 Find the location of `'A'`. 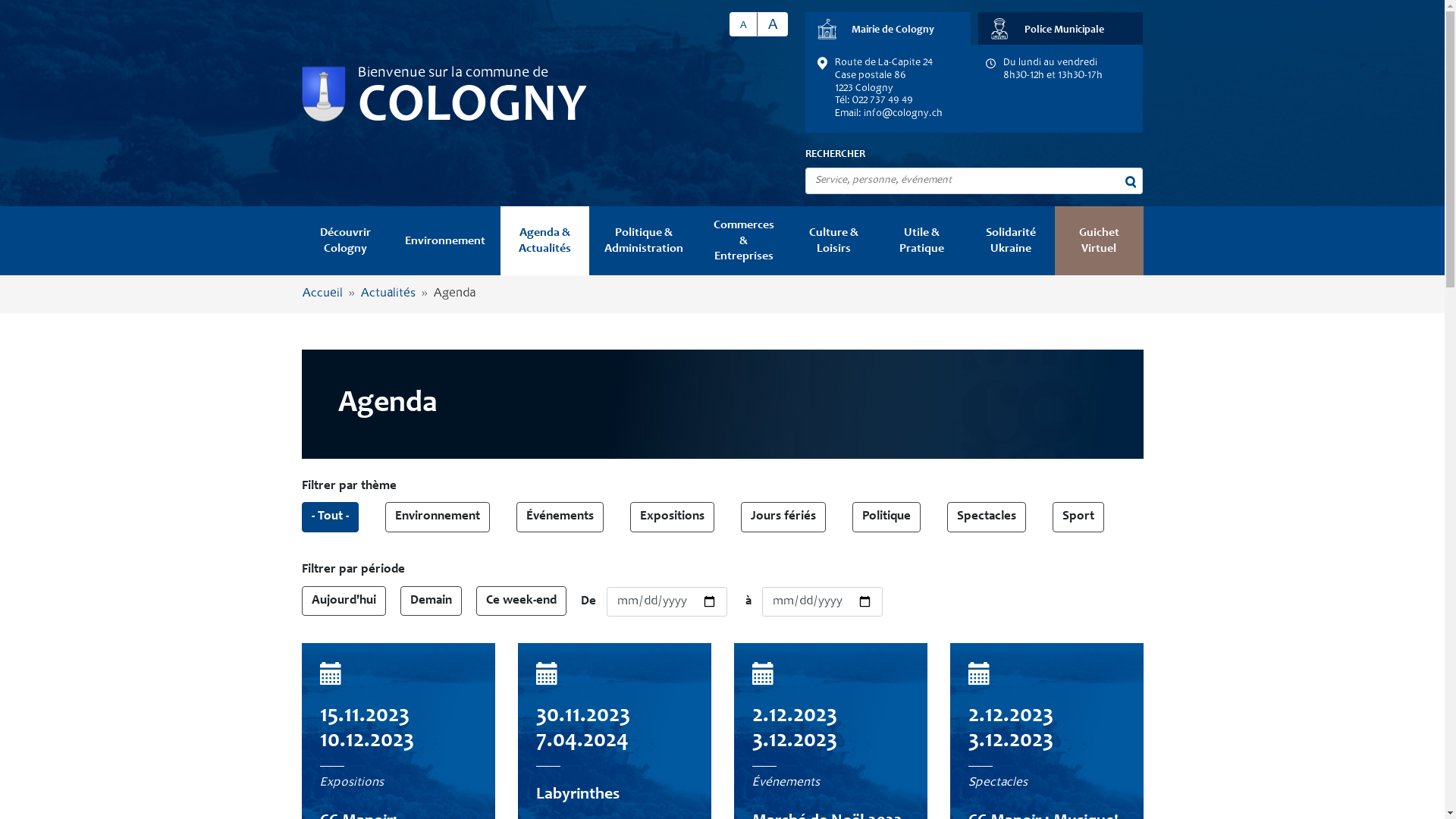

'A' is located at coordinates (771, 24).